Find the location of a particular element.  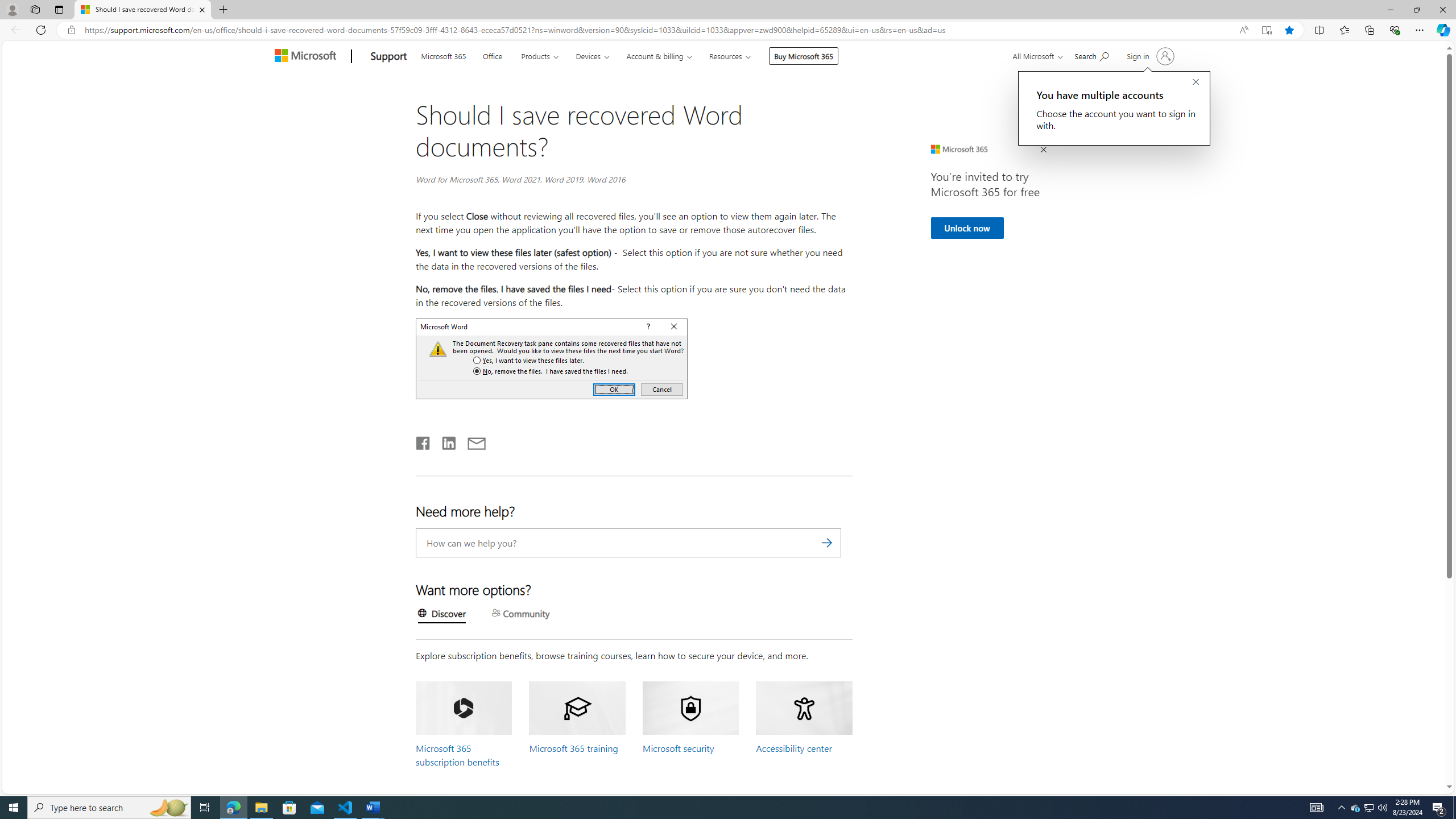

'Discover' is located at coordinates (441, 614).